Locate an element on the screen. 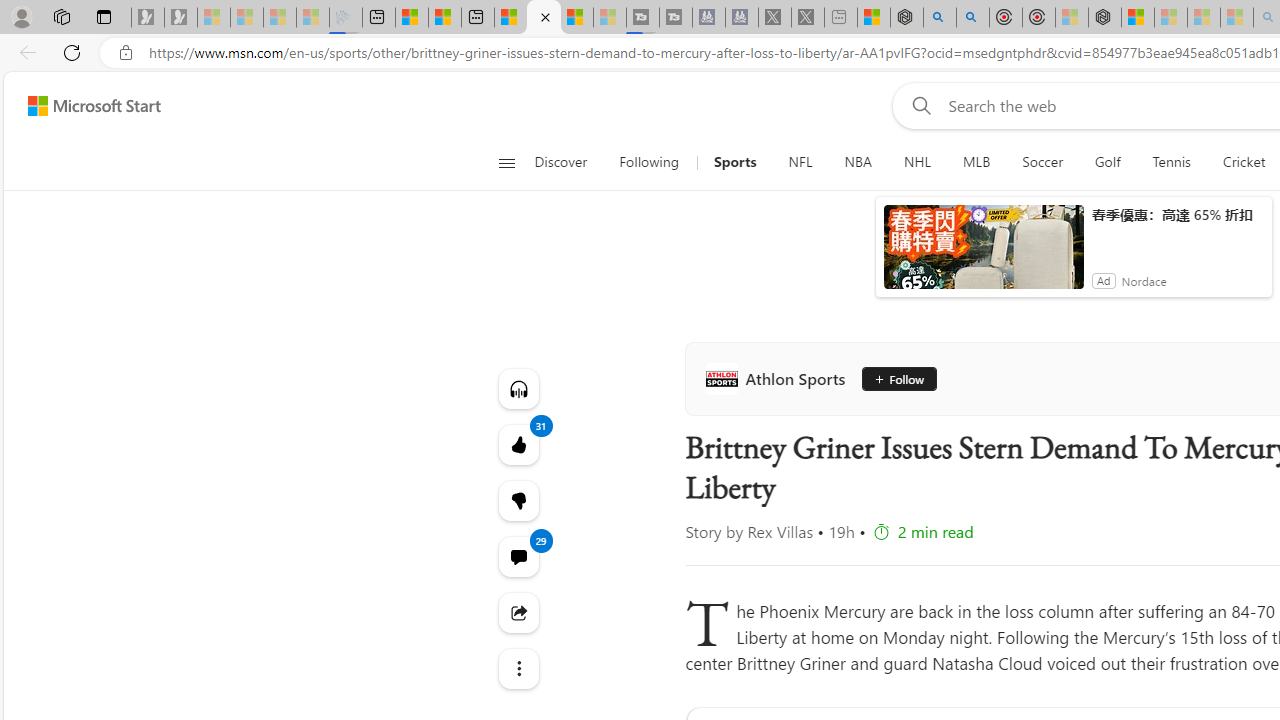  'Back' is located at coordinates (24, 51).